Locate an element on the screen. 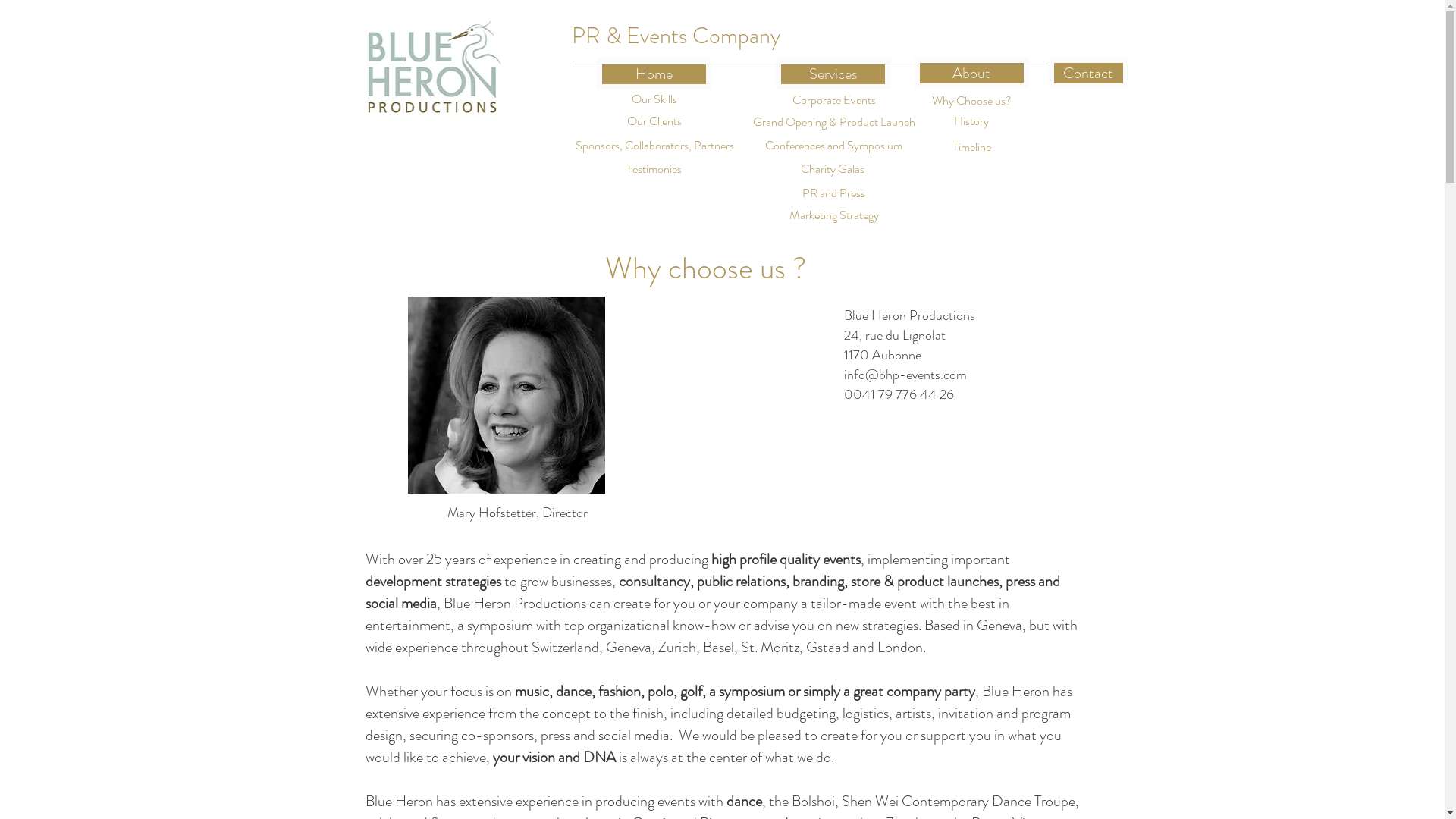 This screenshot has height=819, width=1456. 'Services' is located at coordinates (775, 74).